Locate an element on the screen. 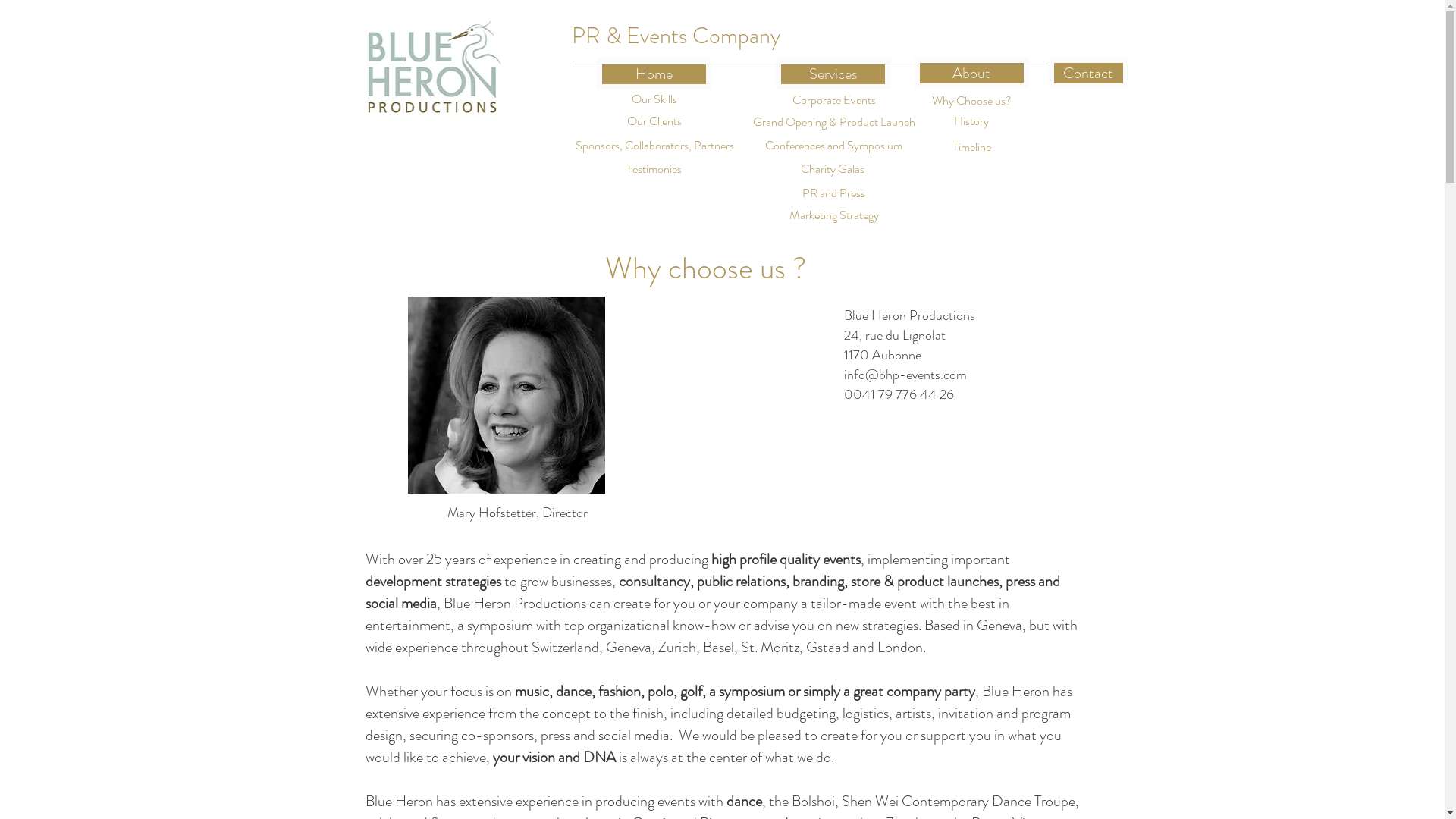 This screenshot has height=819, width=1456. 'Services' is located at coordinates (775, 74).